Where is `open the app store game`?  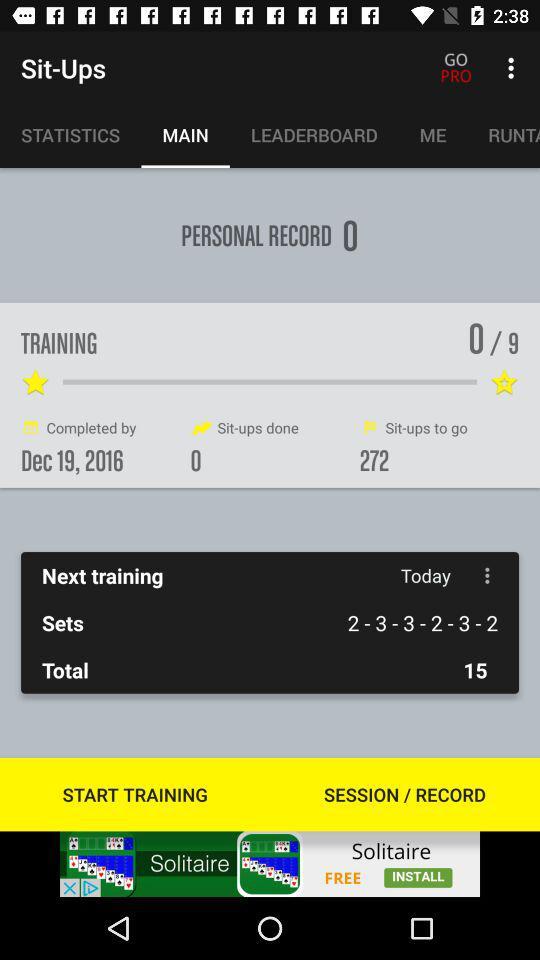
open the app store game is located at coordinates (270, 863).